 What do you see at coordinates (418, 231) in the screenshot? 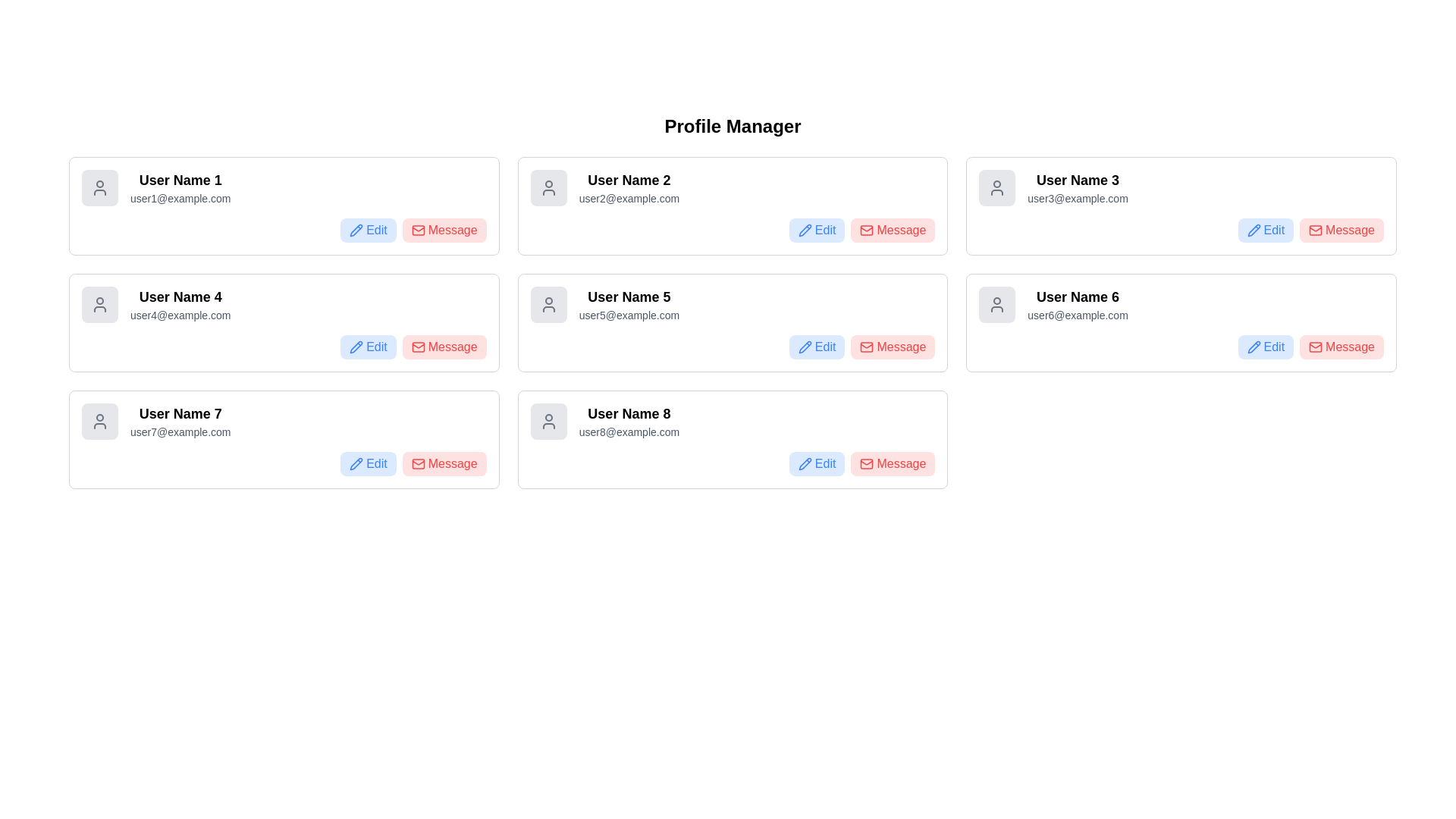
I see `the mail icon, which is a red envelope shape located within the 'Message' button, preceding the text label 'Message' in the user card for 'User Name 1'` at bounding box center [418, 231].